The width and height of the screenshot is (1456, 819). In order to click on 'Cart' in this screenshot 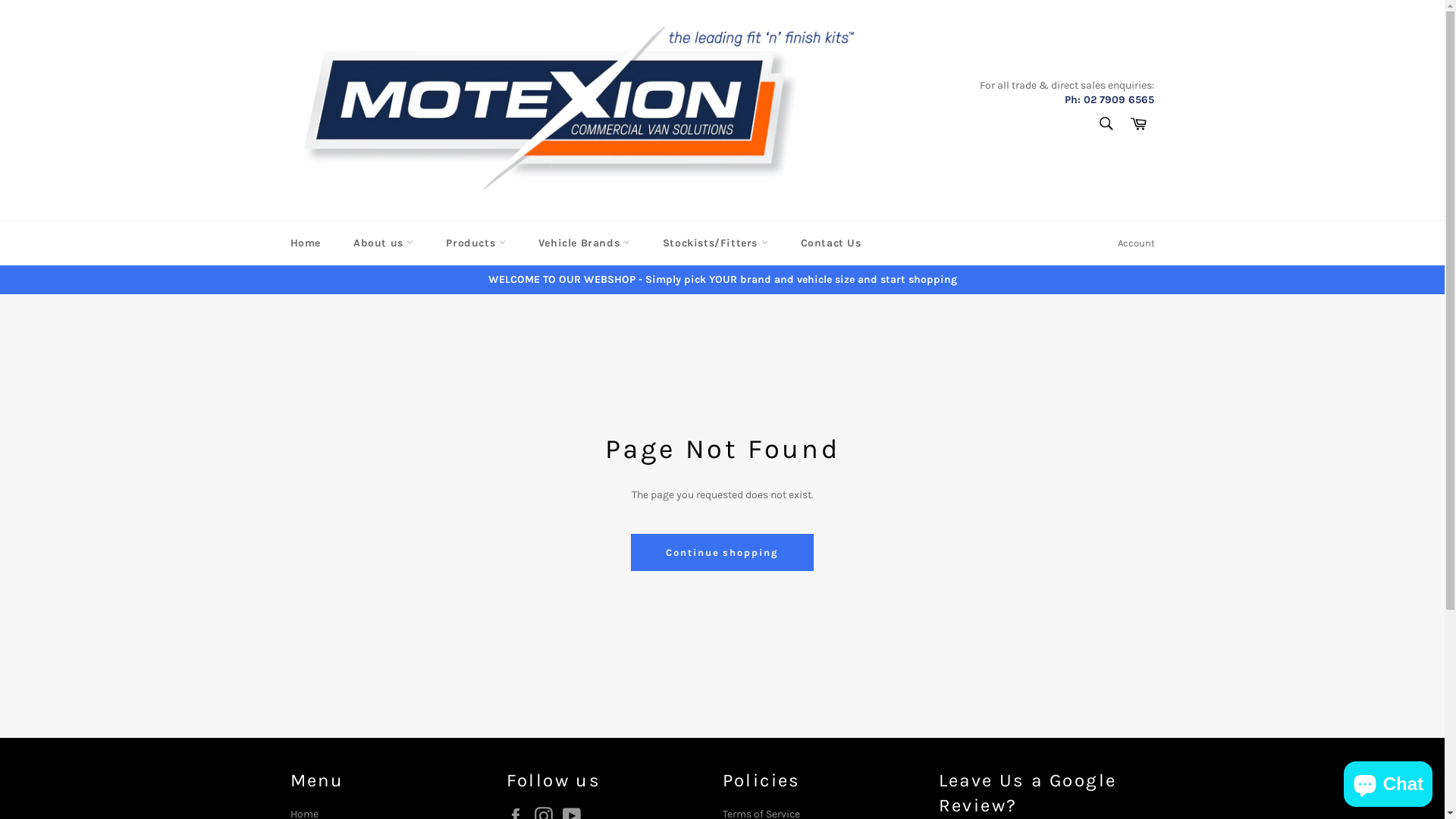, I will do `click(1138, 124)`.